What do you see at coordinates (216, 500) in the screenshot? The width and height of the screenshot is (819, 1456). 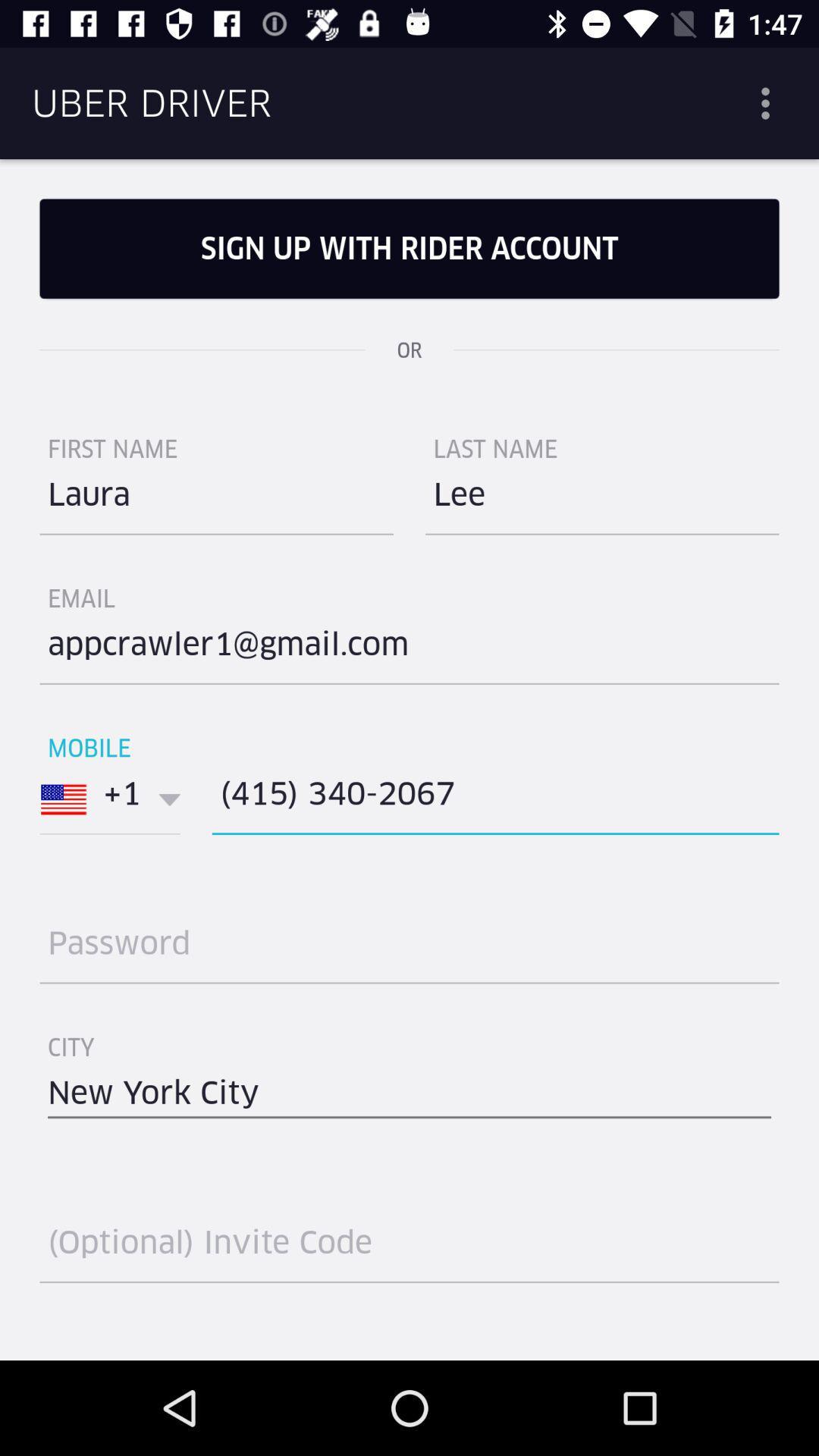 I see `icon above the email icon` at bounding box center [216, 500].